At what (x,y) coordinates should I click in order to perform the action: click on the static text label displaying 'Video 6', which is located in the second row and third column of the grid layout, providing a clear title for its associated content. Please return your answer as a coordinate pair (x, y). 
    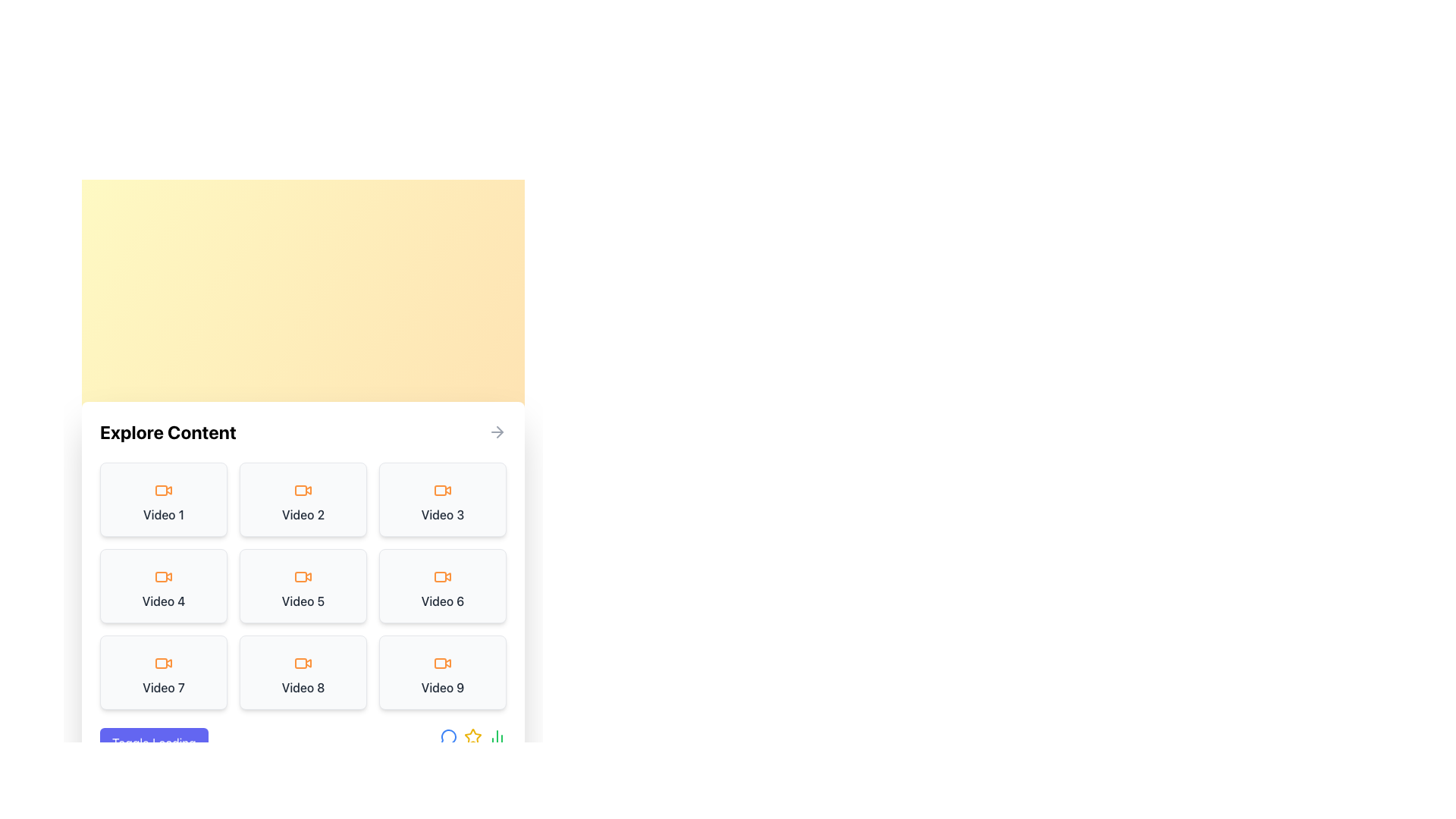
    Looking at the image, I should click on (442, 601).